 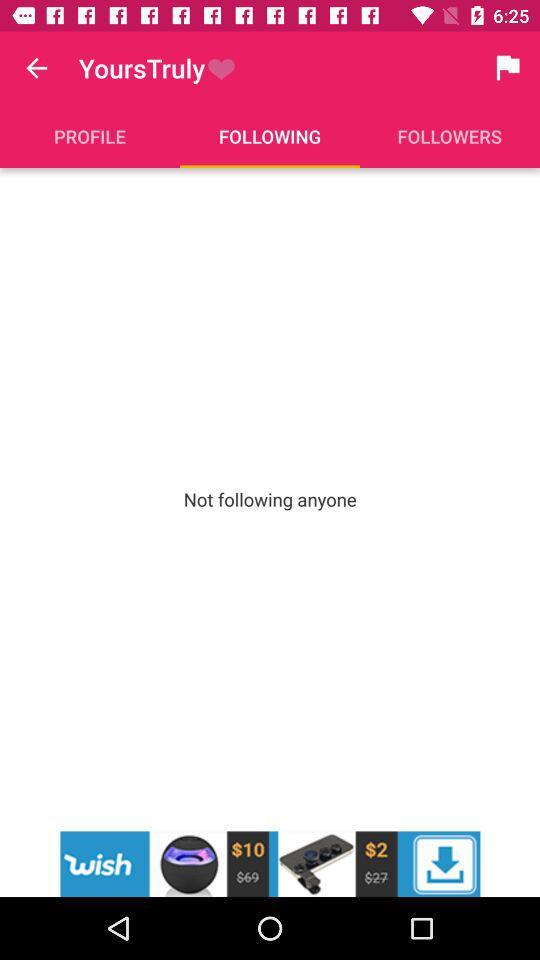 What do you see at coordinates (270, 863) in the screenshot?
I see `wish advertisement` at bounding box center [270, 863].